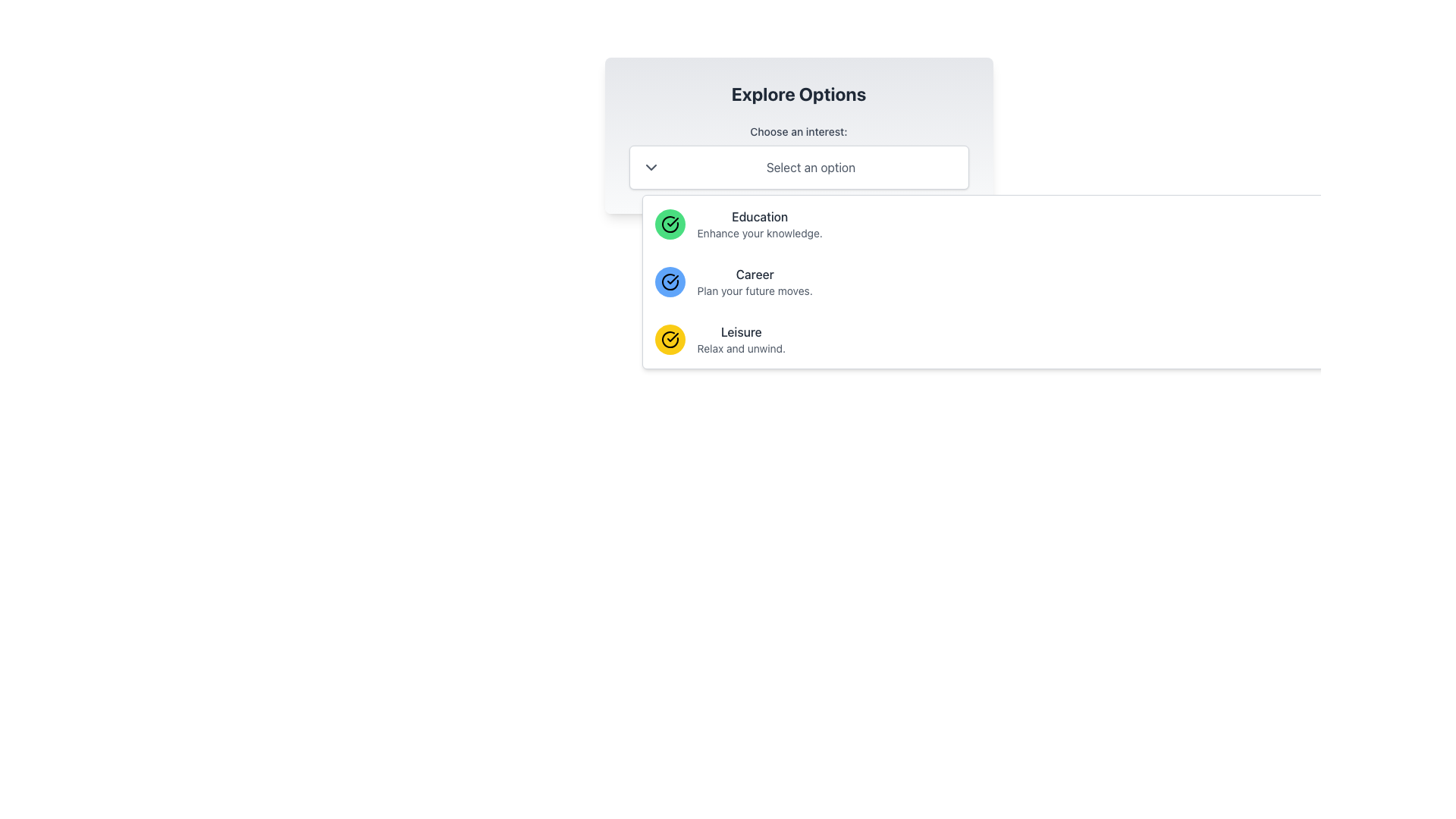  What do you see at coordinates (798, 167) in the screenshot?
I see `the dropdown menu located below the header 'Choose an interest:'` at bounding box center [798, 167].